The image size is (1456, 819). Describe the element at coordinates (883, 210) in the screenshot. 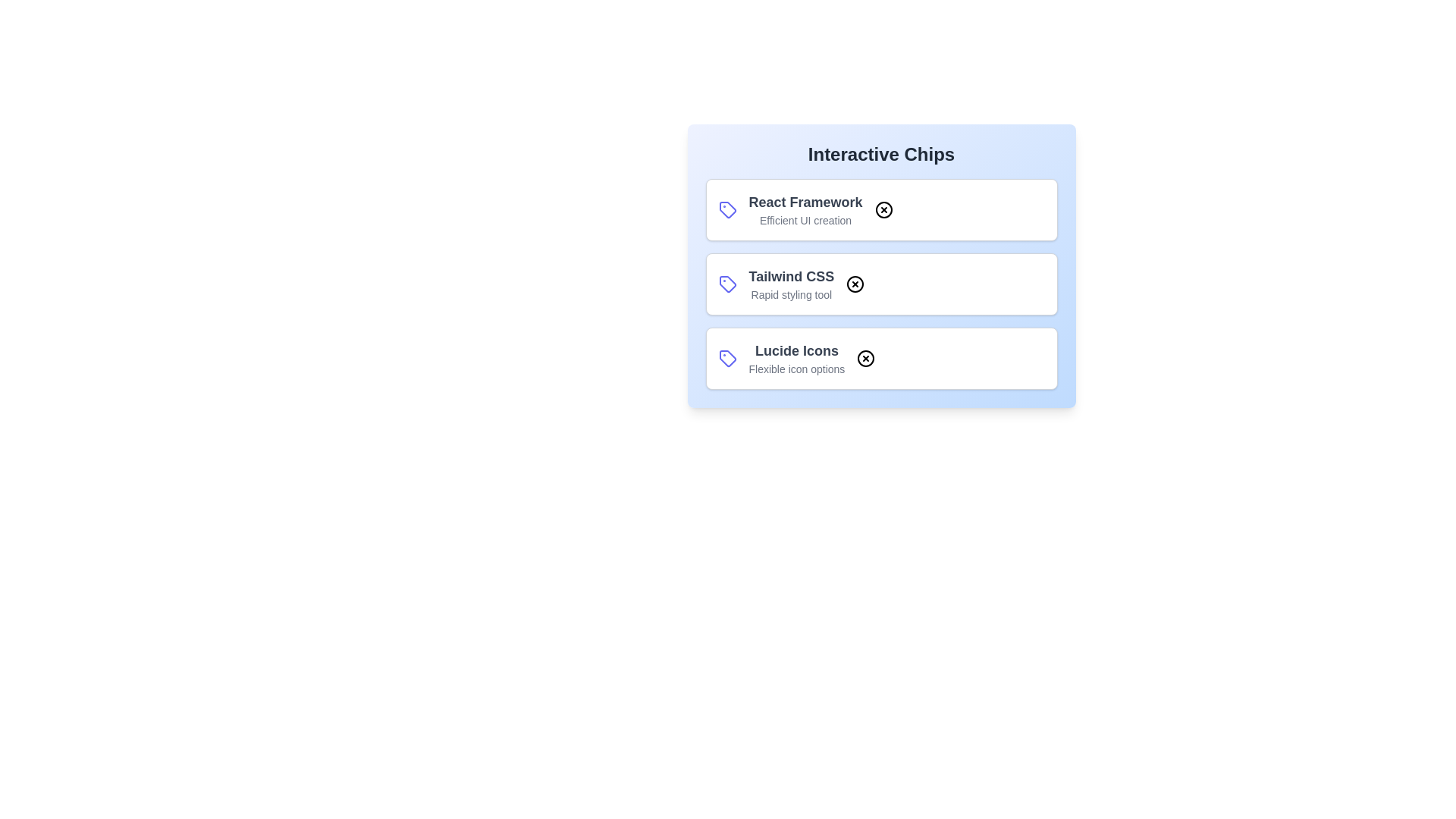

I see `close button on the chip labeled React Framework` at that location.